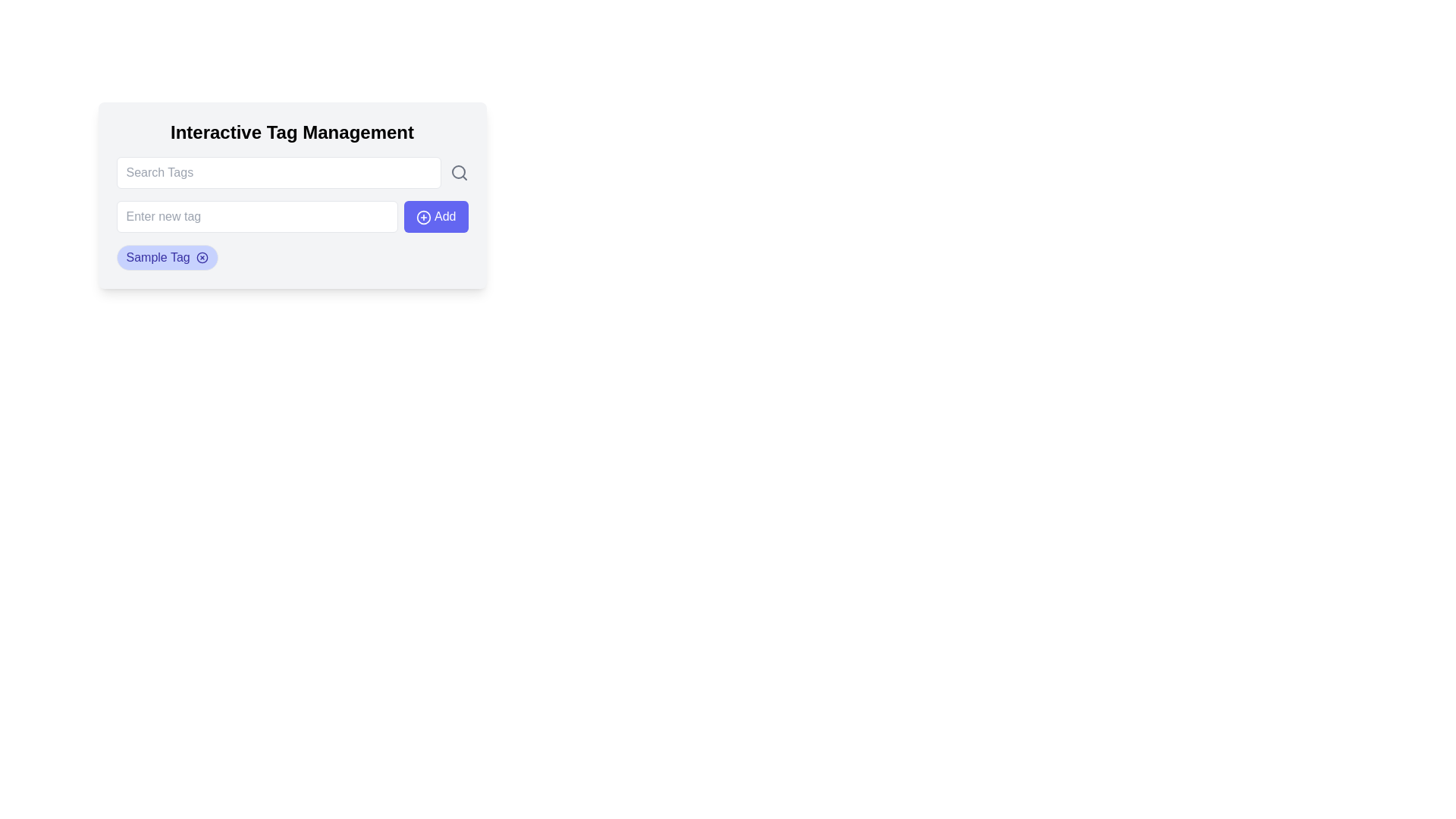 The width and height of the screenshot is (1456, 819). What do you see at coordinates (158, 256) in the screenshot?
I see `the text label that serves as a tag or identifying label for categorization, located to the left of an 'x' icon and positioned near the bottom of the main content area` at bounding box center [158, 256].